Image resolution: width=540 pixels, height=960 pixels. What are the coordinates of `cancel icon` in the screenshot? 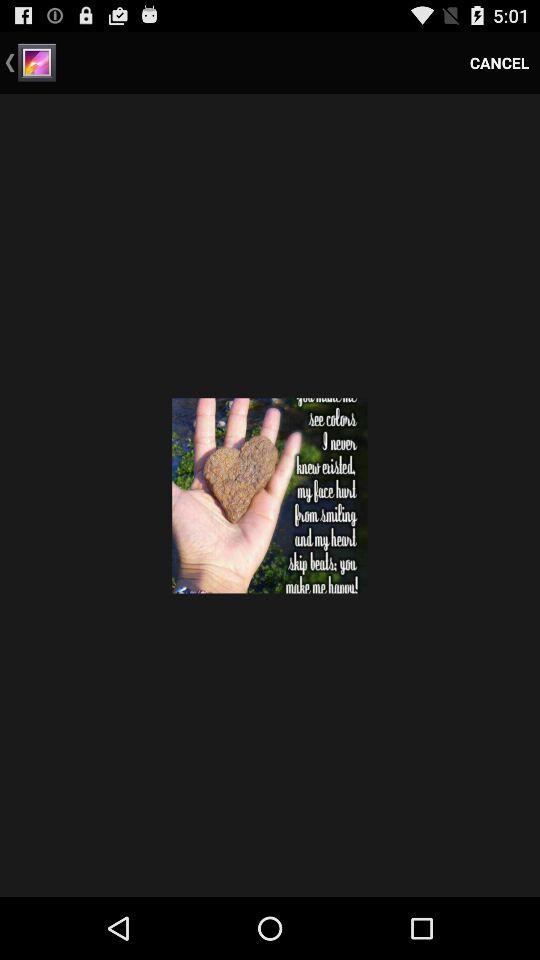 It's located at (498, 62).